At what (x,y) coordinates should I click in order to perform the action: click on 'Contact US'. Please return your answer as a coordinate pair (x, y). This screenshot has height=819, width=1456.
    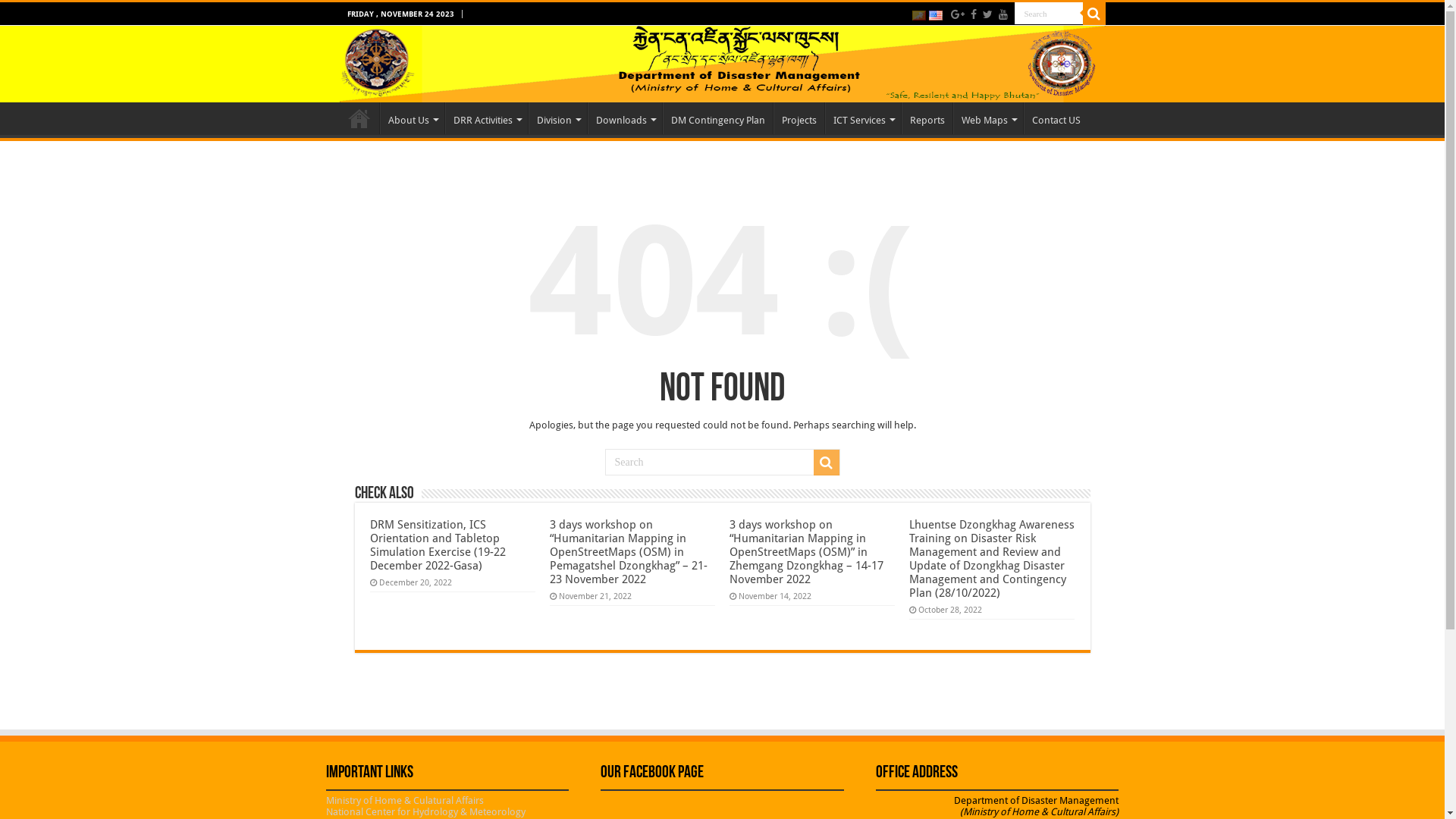
    Looking at the image, I should click on (1055, 117).